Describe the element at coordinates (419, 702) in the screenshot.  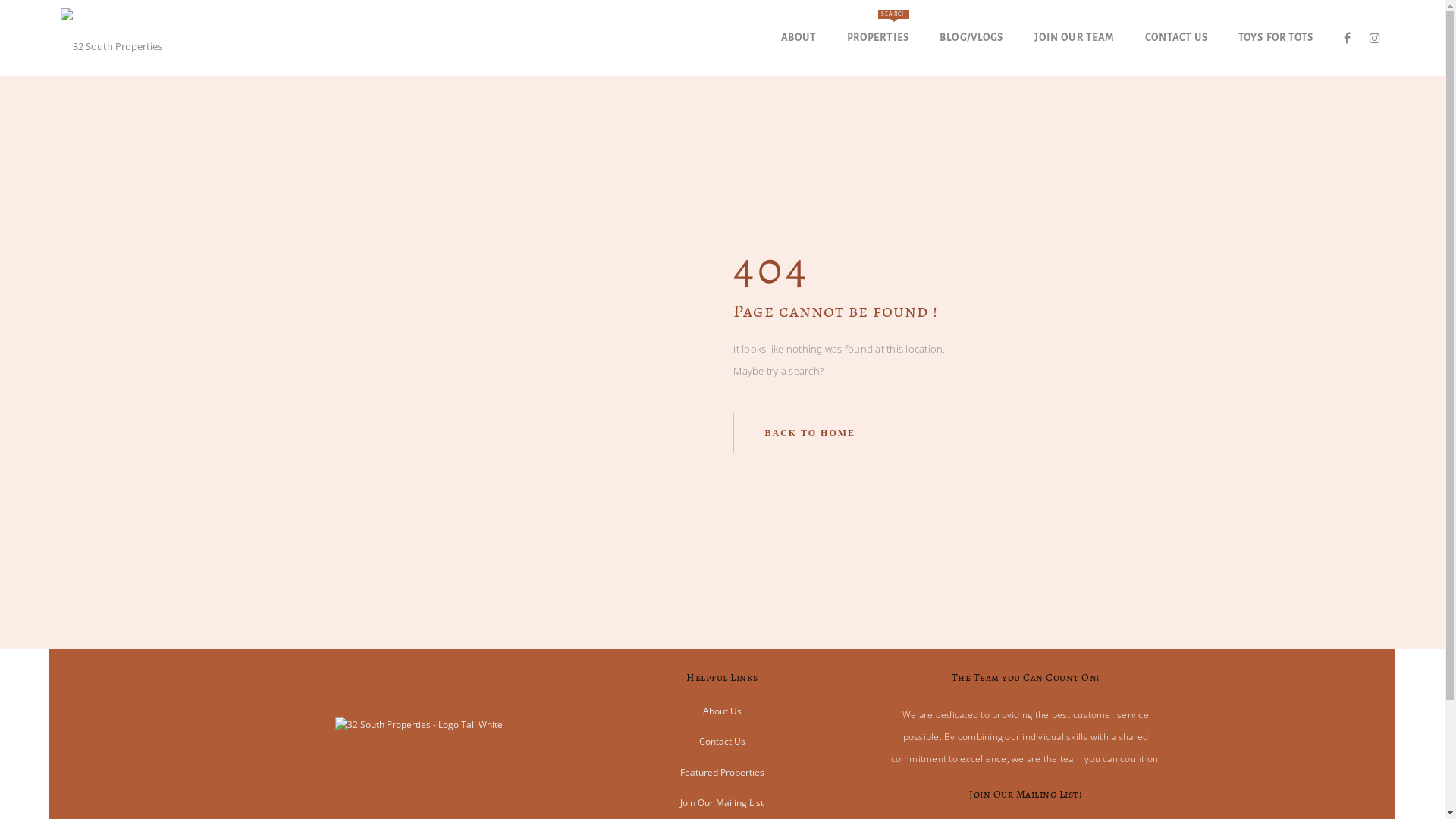
I see `'32 South Properties - Logo Tall White'` at that location.